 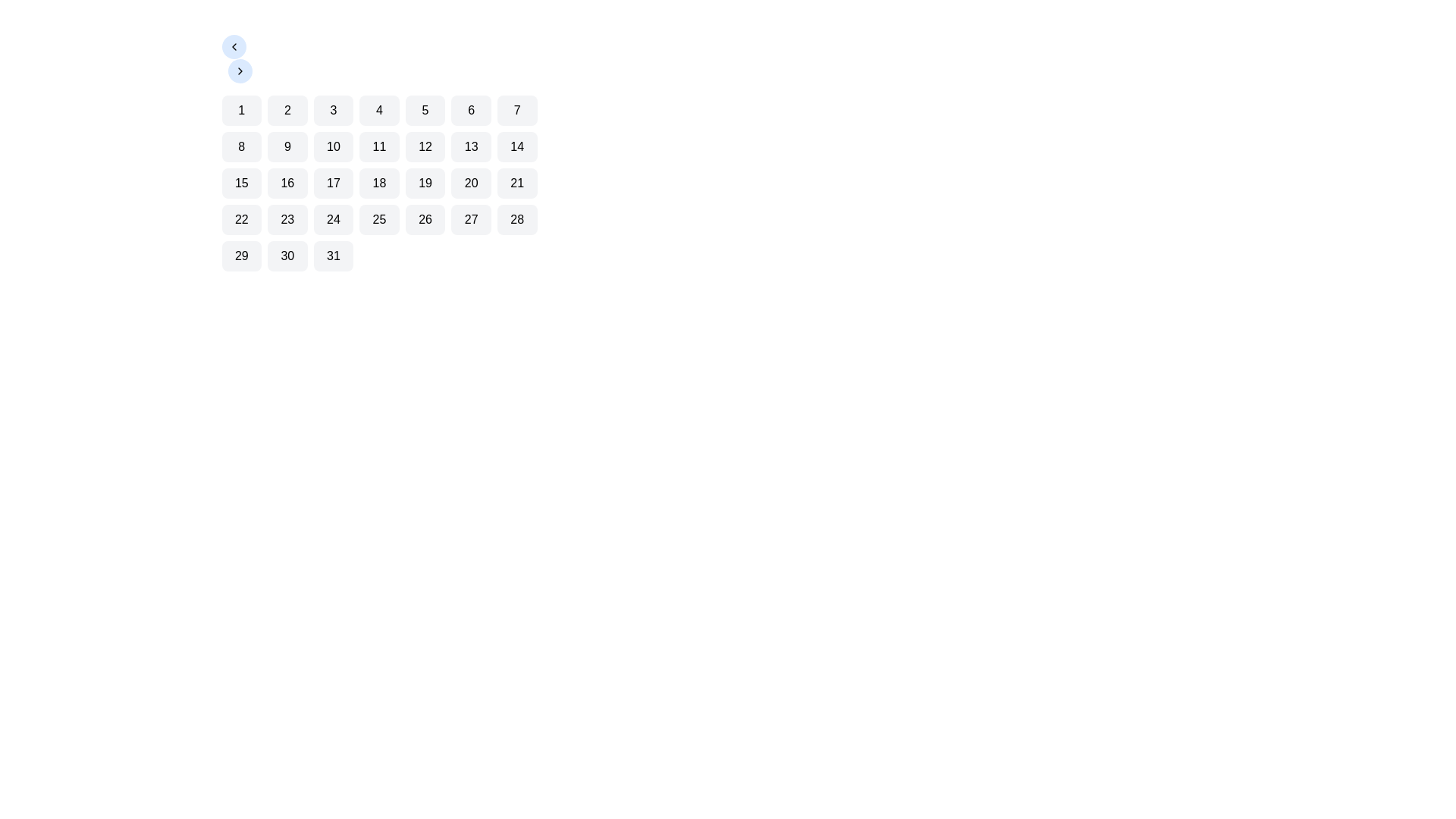 What do you see at coordinates (425, 183) in the screenshot?
I see `the non-interactive grid cell element displaying the number '19', which is styled with a light gray background and rounded corners, located in the sixth row and third column of the grid` at bounding box center [425, 183].